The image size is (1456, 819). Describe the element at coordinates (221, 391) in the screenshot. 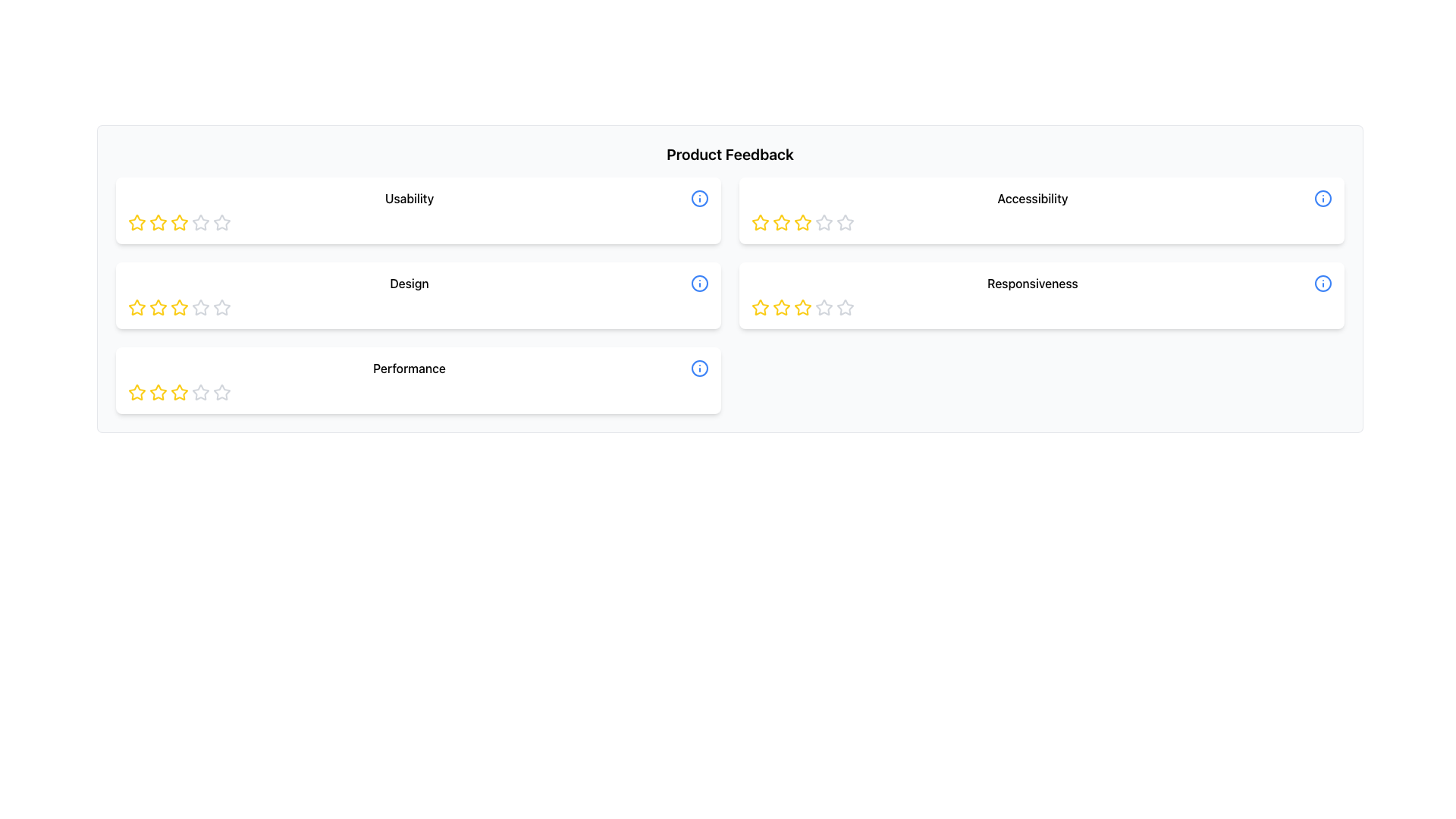

I see `the fifth star-shaped icon in the horizontal rating control under 'Performance' in the feedback form` at that location.